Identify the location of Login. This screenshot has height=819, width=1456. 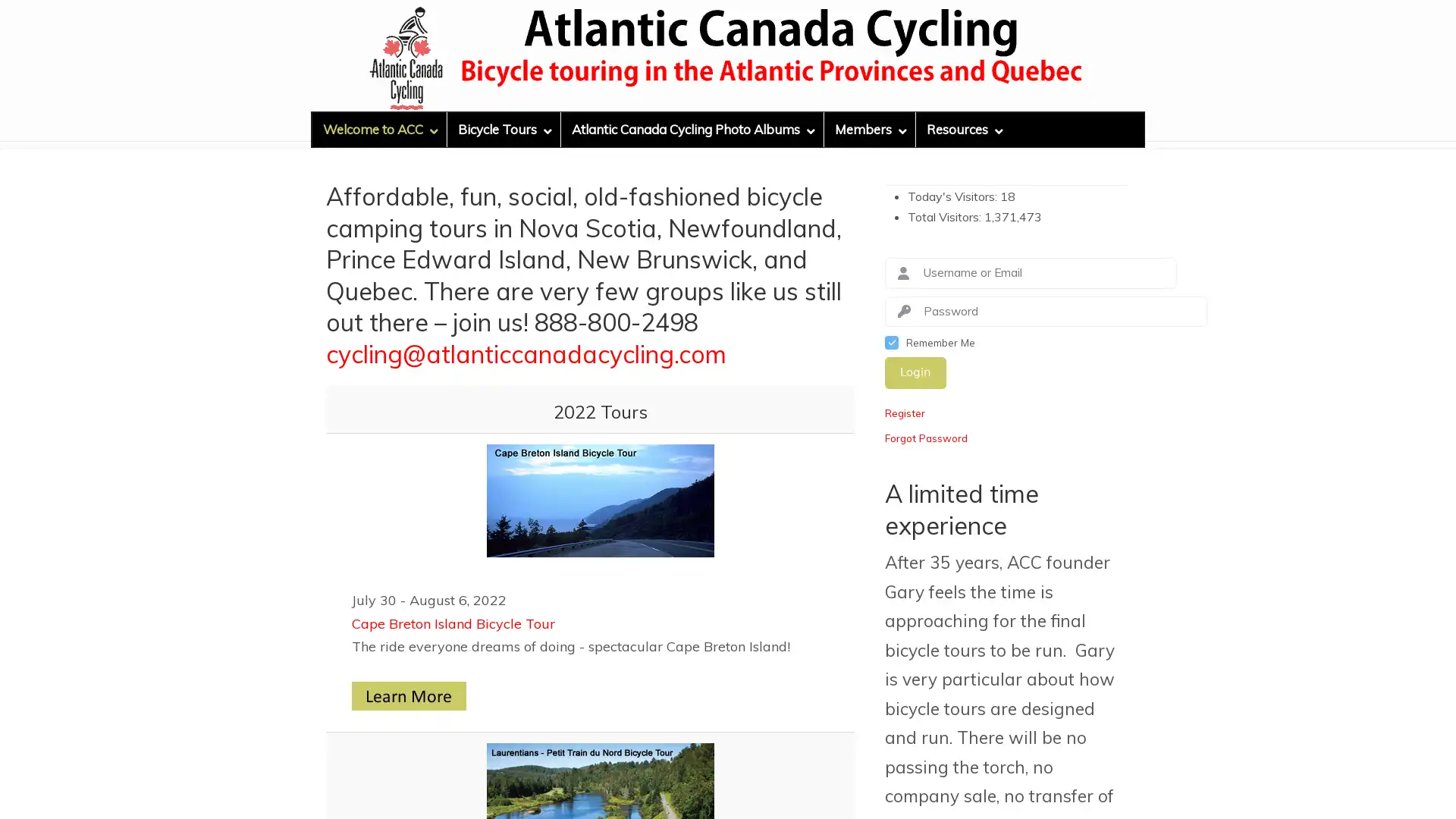
(915, 372).